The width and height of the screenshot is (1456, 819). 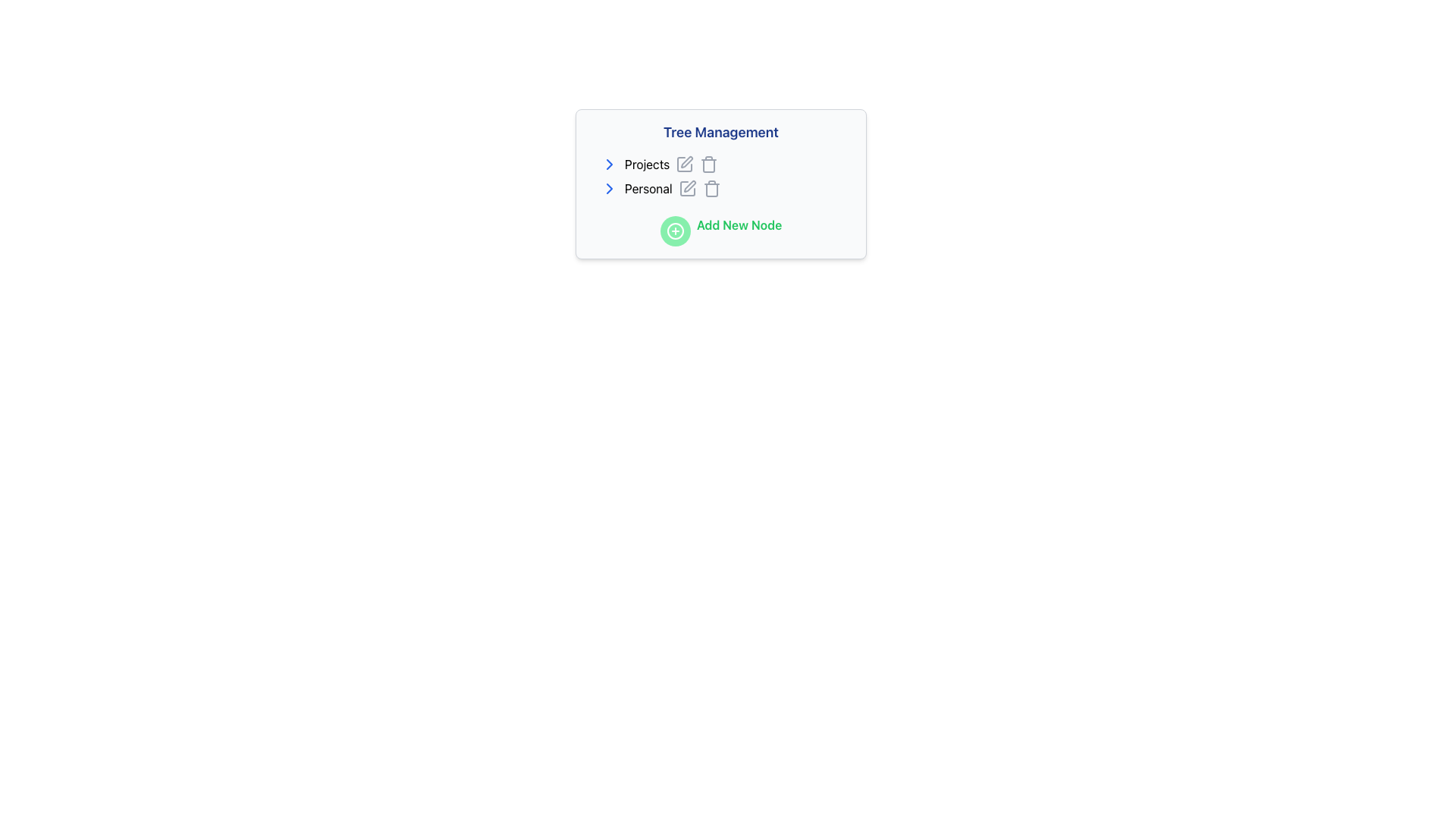 What do you see at coordinates (686, 162) in the screenshot?
I see `the interactive edit button icon next to the 'Projects' label in the 'Tree Management' section to observe styling changes` at bounding box center [686, 162].